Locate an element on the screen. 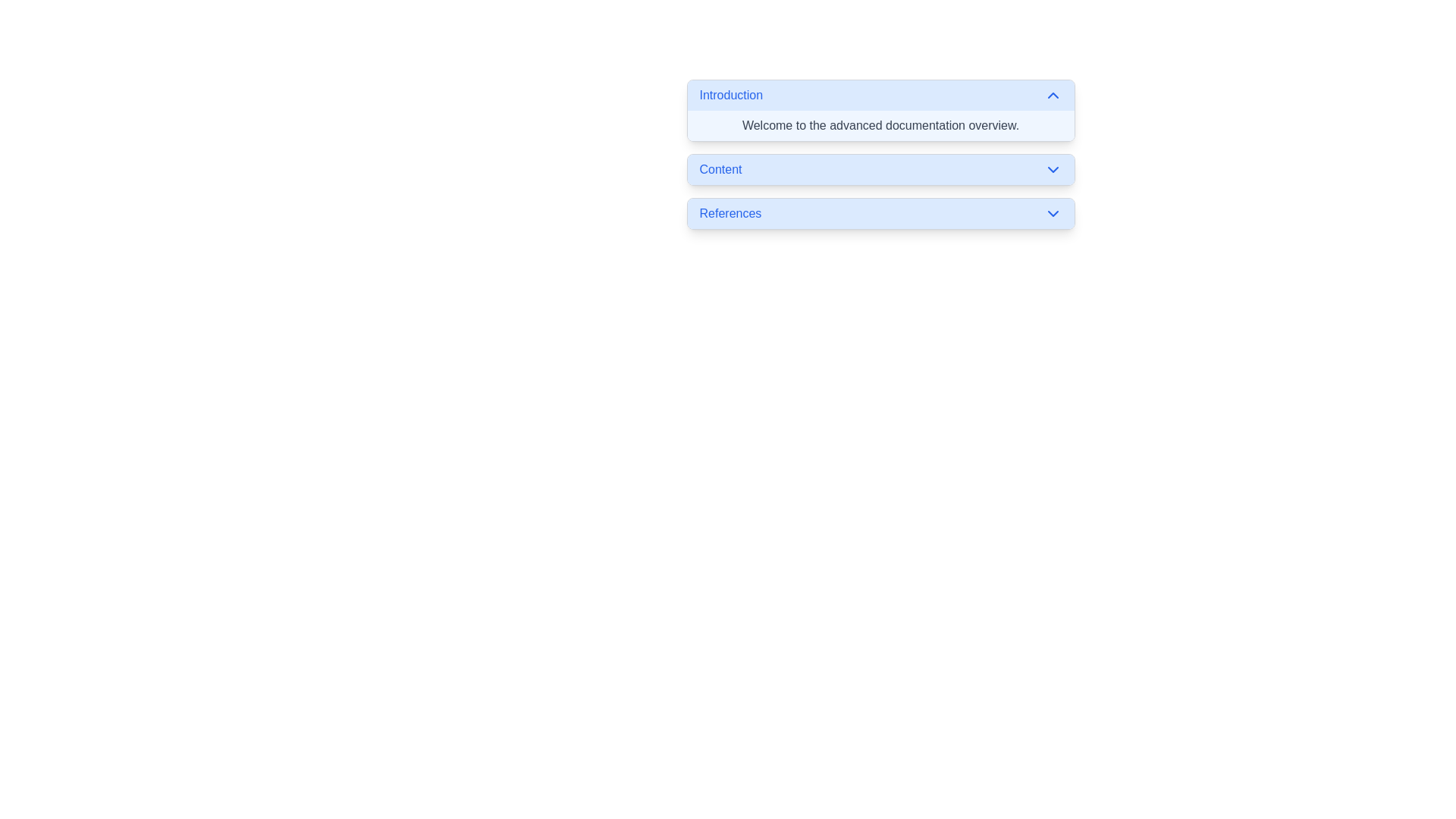 The height and width of the screenshot is (819, 1456). the blue rectangular button labeled 'Content' is located at coordinates (880, 169).